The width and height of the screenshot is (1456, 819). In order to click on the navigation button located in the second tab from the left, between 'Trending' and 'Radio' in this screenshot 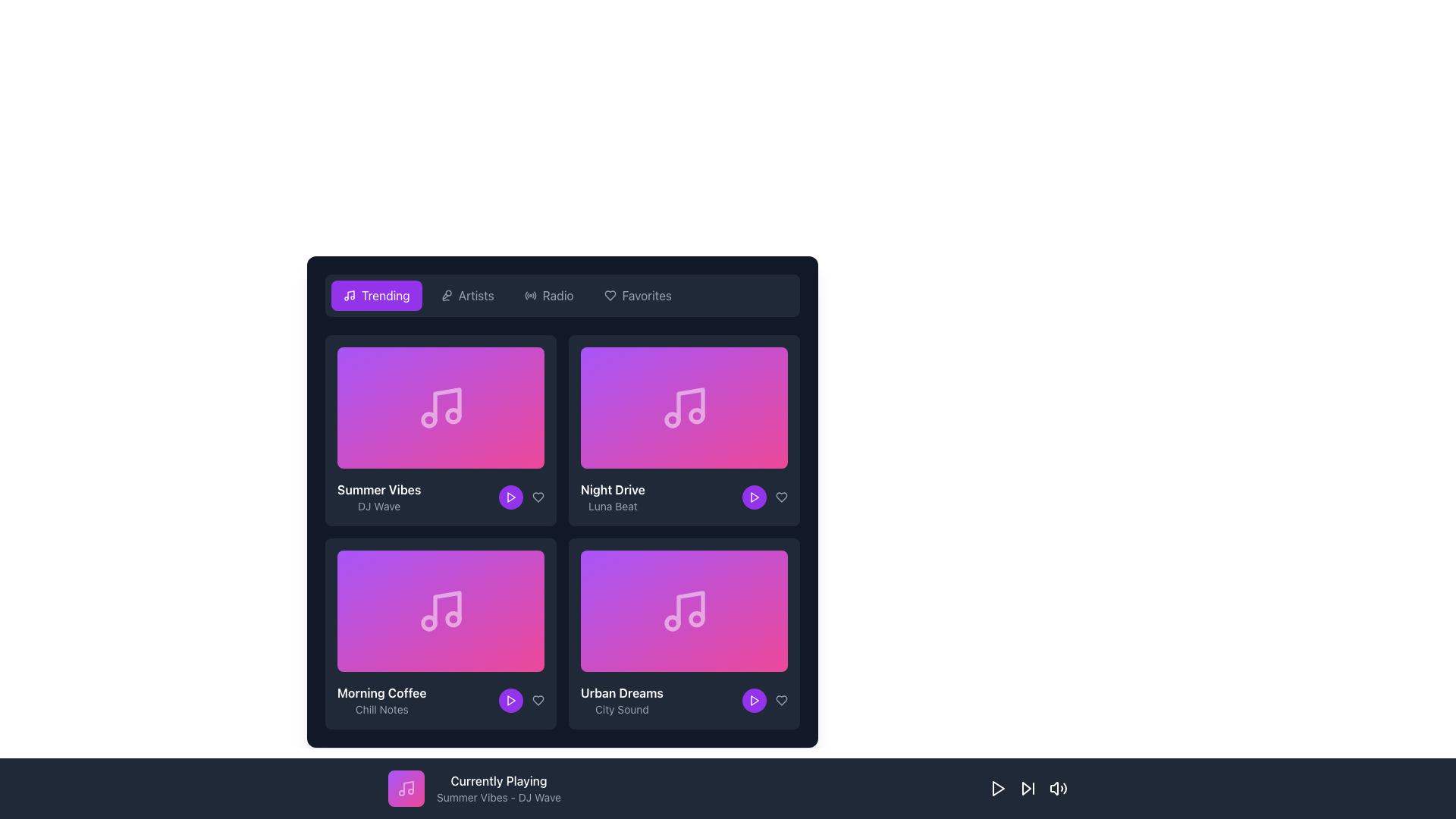, I will do `click(466, 295)`.